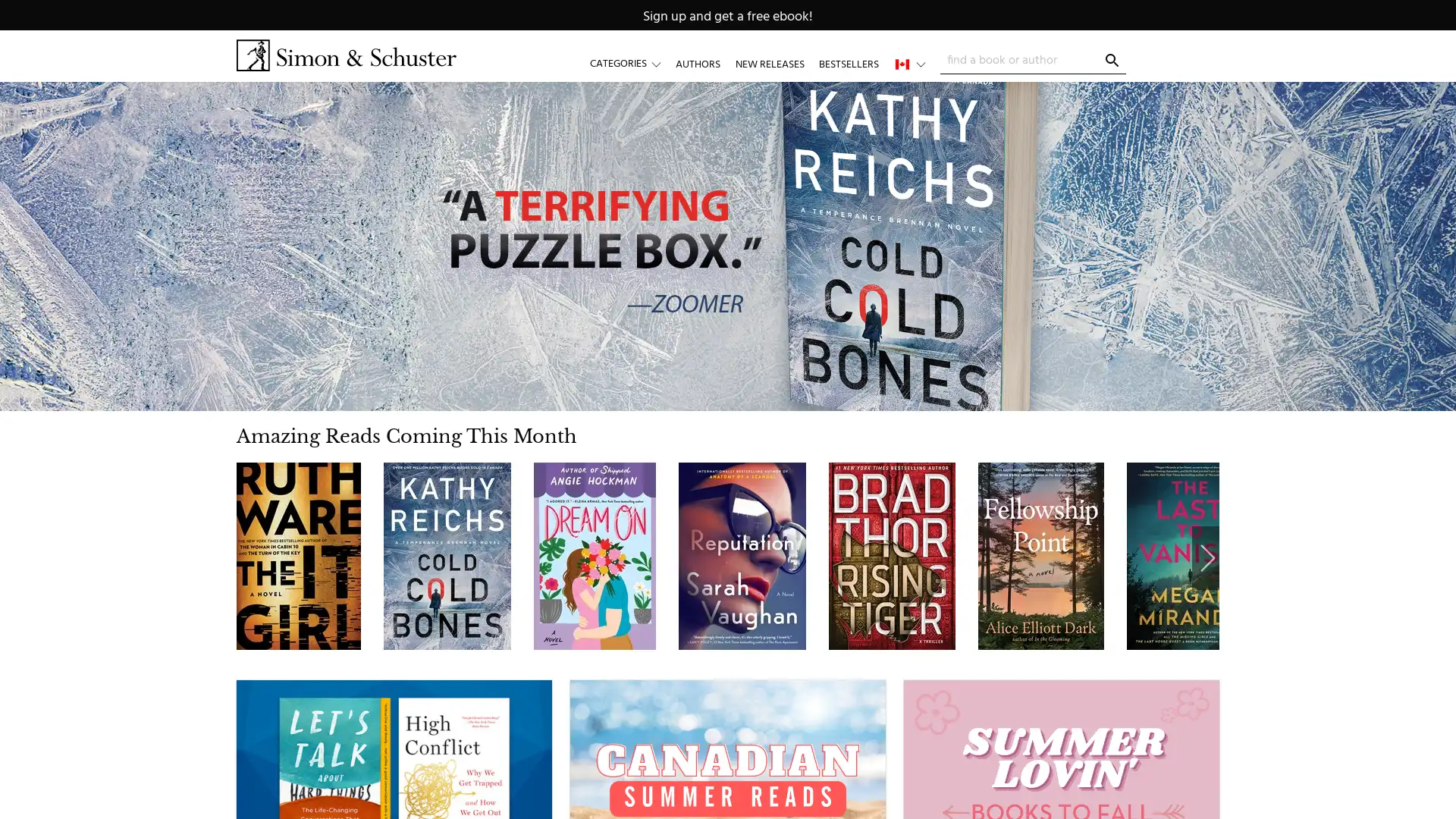 This screenshot has height=819, width=1456. I want to click on BESTSELLERS, so click(847, 63).